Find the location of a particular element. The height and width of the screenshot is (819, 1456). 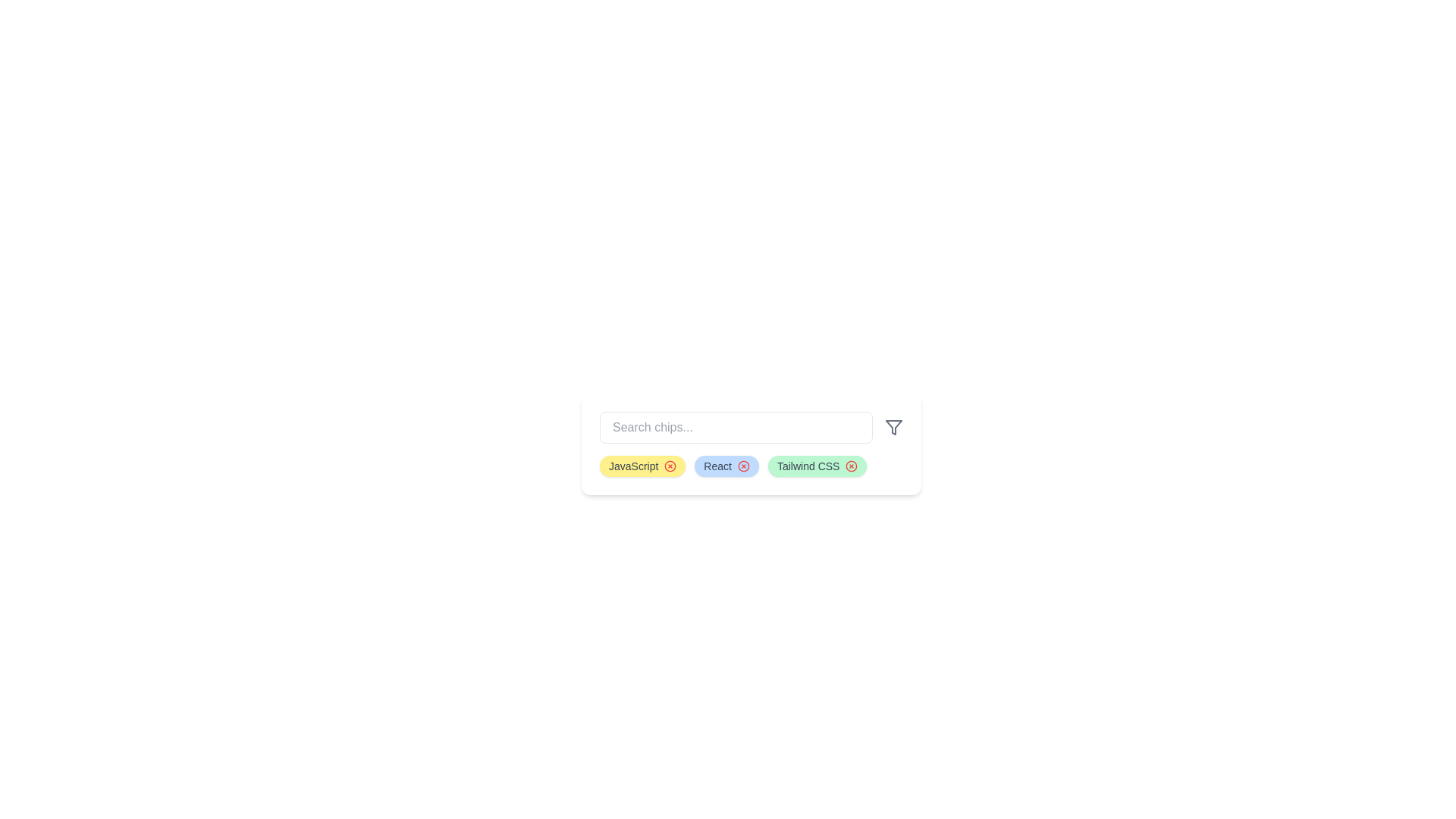

the chip with label React to visually identify it is located at coordinates (726, 465).